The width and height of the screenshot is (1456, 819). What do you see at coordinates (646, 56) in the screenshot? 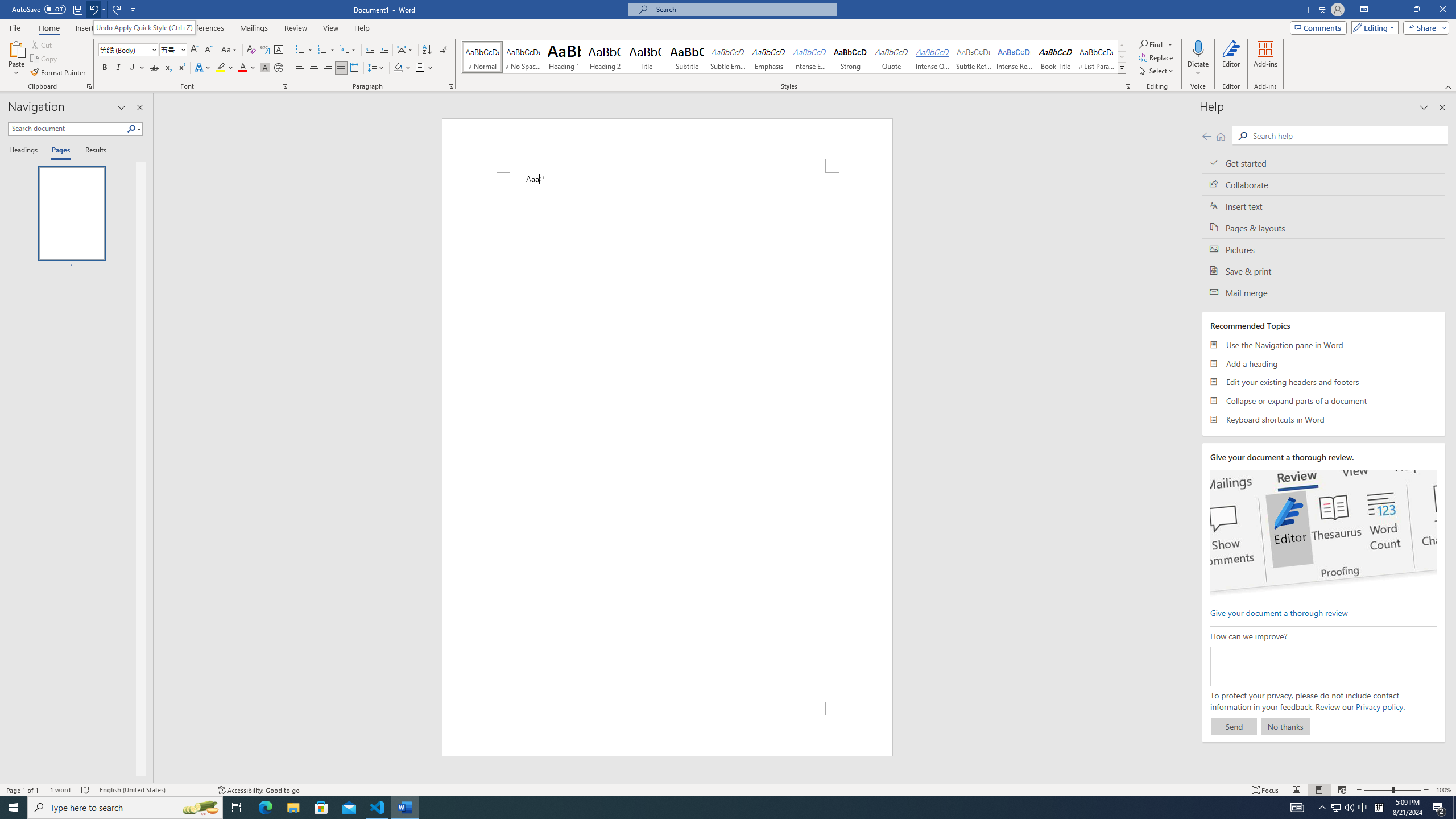
I see `'Title'` at bounding box center [646, 56].